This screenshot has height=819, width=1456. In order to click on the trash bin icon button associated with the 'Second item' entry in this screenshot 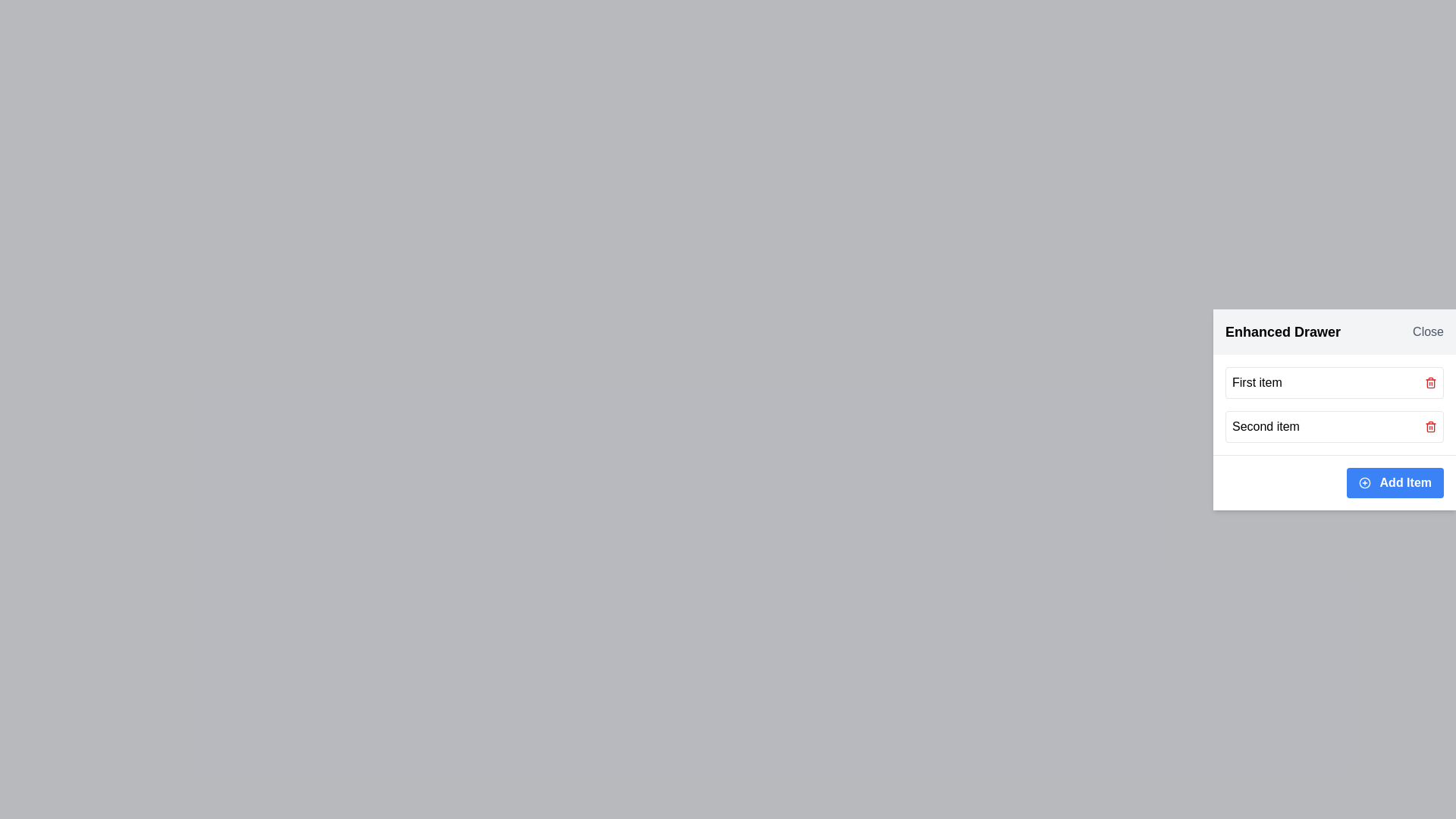, I will do `click(1429, 382)`.